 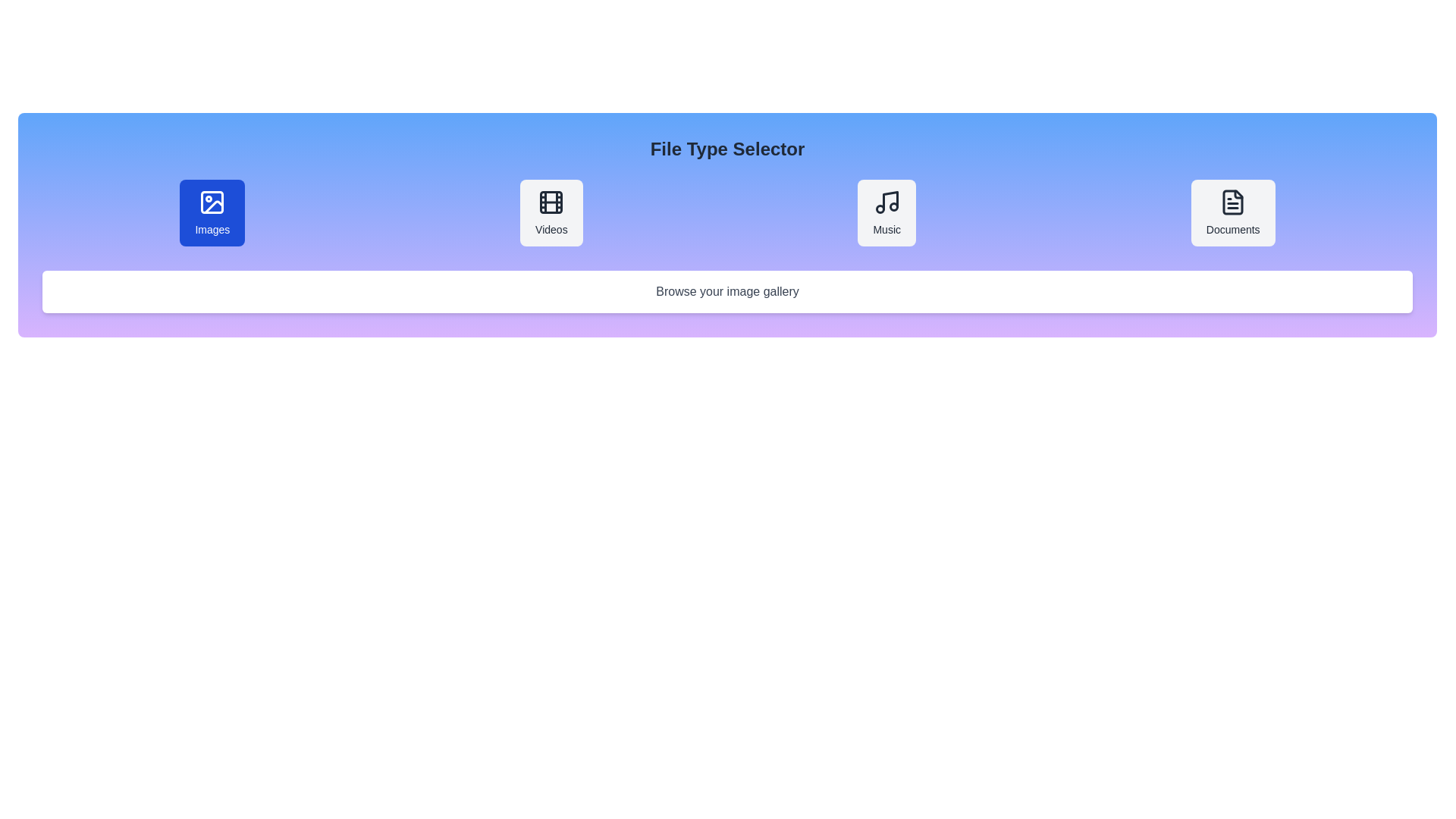 What do you see at coordinates (1233, 213) in the screenshot?
I see `the file type Documents to display its description` at bounding box center [1233, 213].